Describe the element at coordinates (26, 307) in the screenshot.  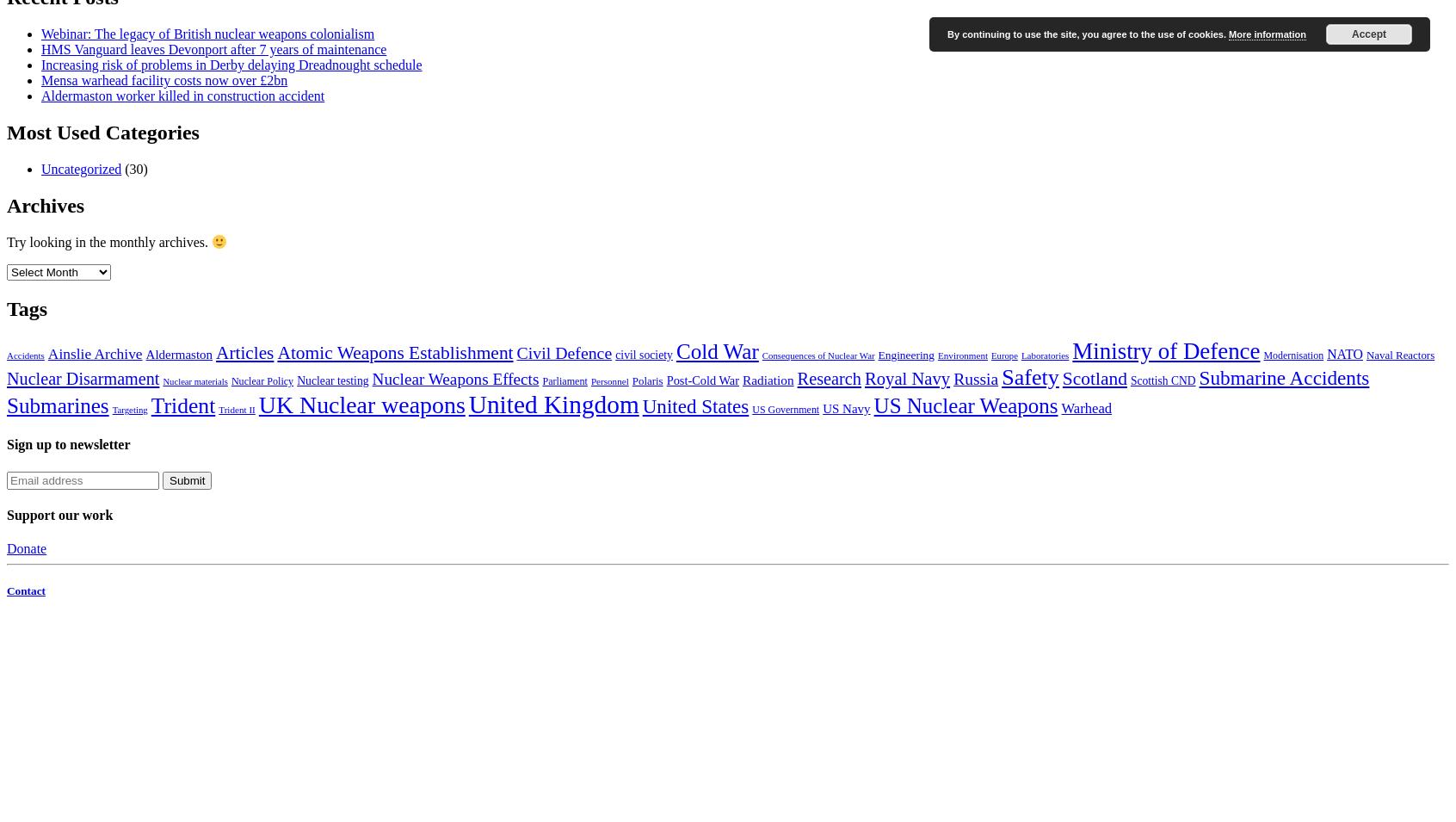
I see `'Tags'` at that location.